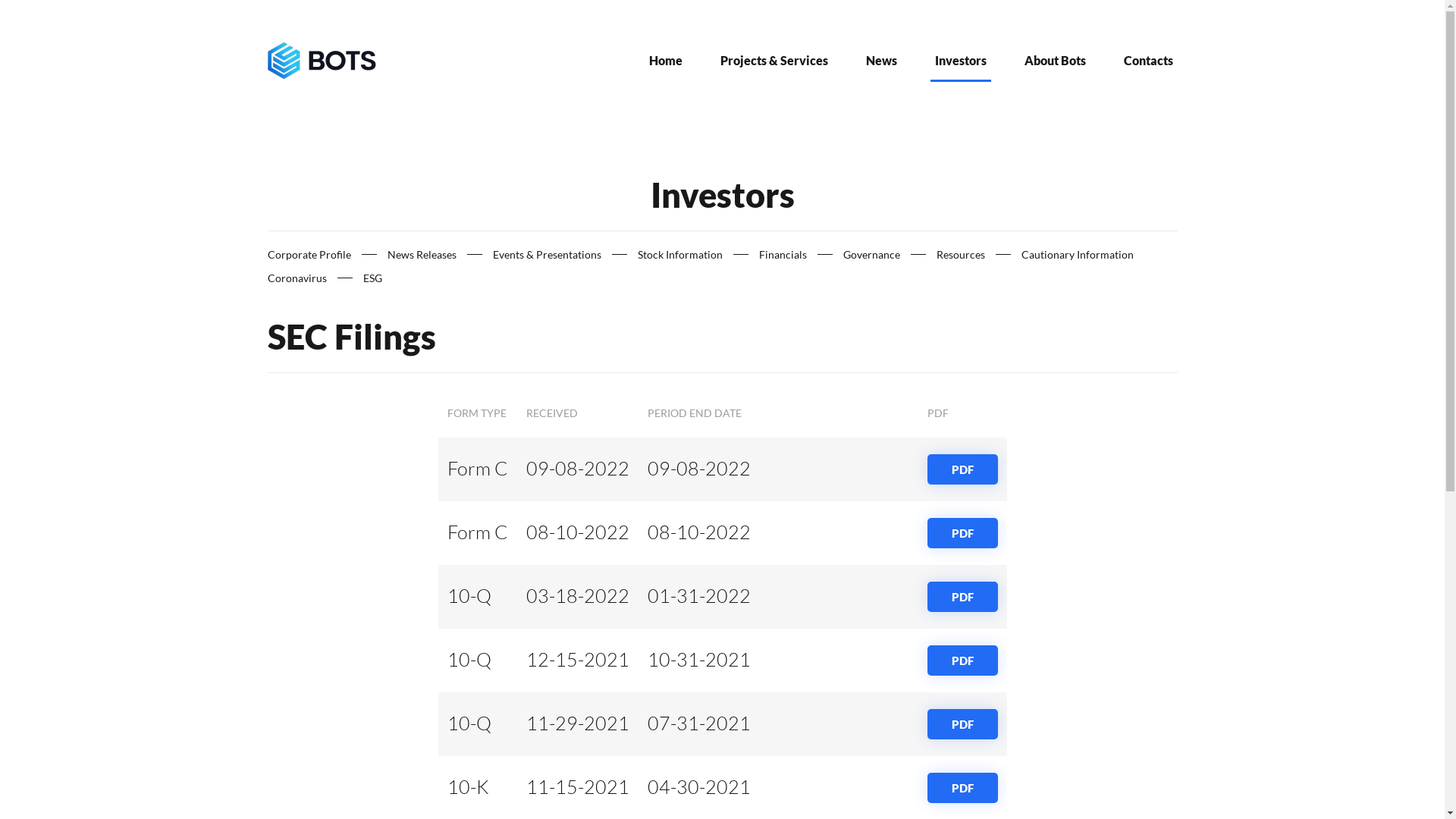 This screenshot has width=1456, height=819. Describe the element at coordinates (1053, 60) in the screenshot. I see `'About Bots'` at that location.